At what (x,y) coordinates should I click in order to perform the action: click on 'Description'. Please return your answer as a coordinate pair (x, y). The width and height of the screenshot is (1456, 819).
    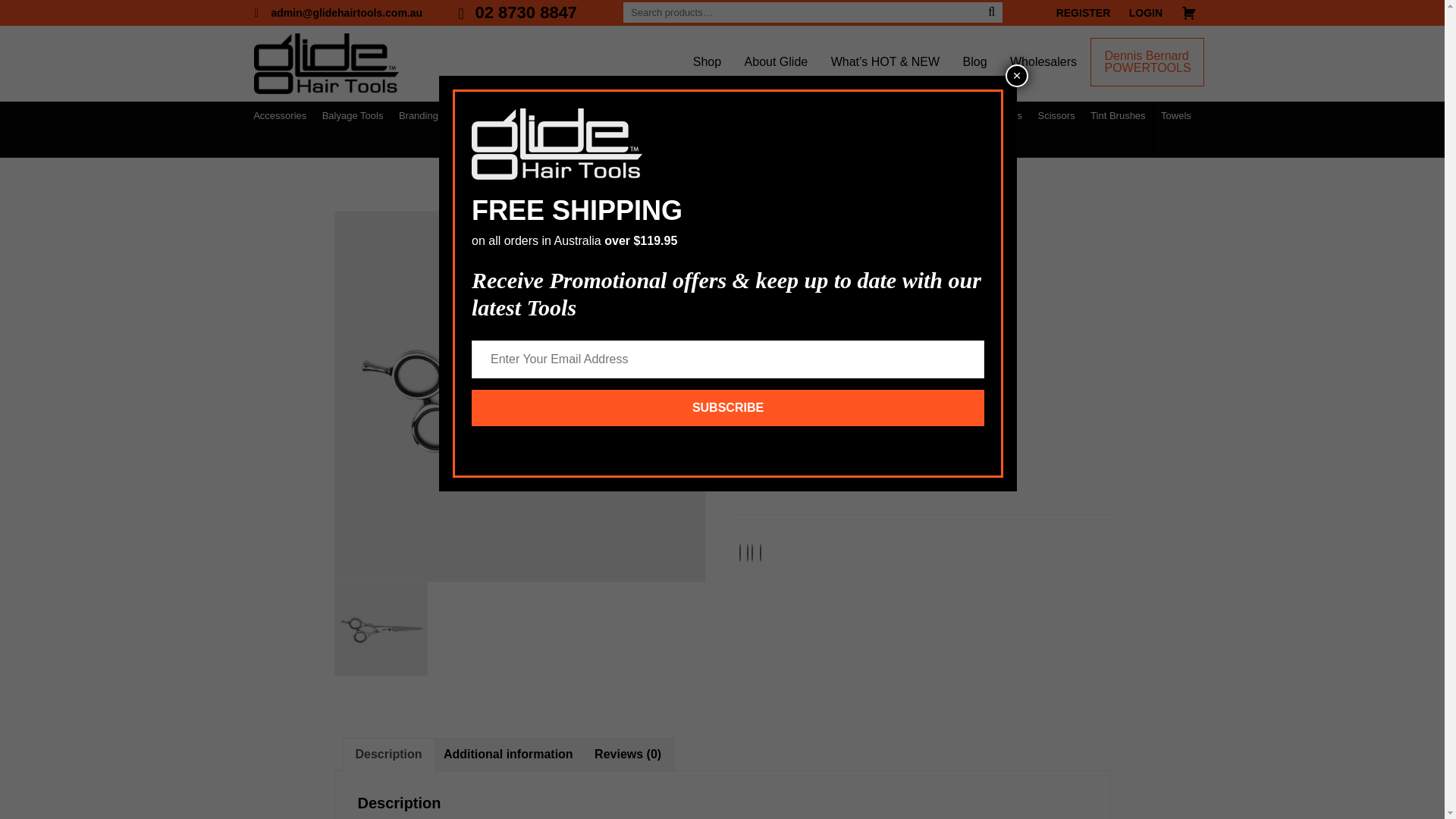
    Looking at the image, I should click on (388, 755).